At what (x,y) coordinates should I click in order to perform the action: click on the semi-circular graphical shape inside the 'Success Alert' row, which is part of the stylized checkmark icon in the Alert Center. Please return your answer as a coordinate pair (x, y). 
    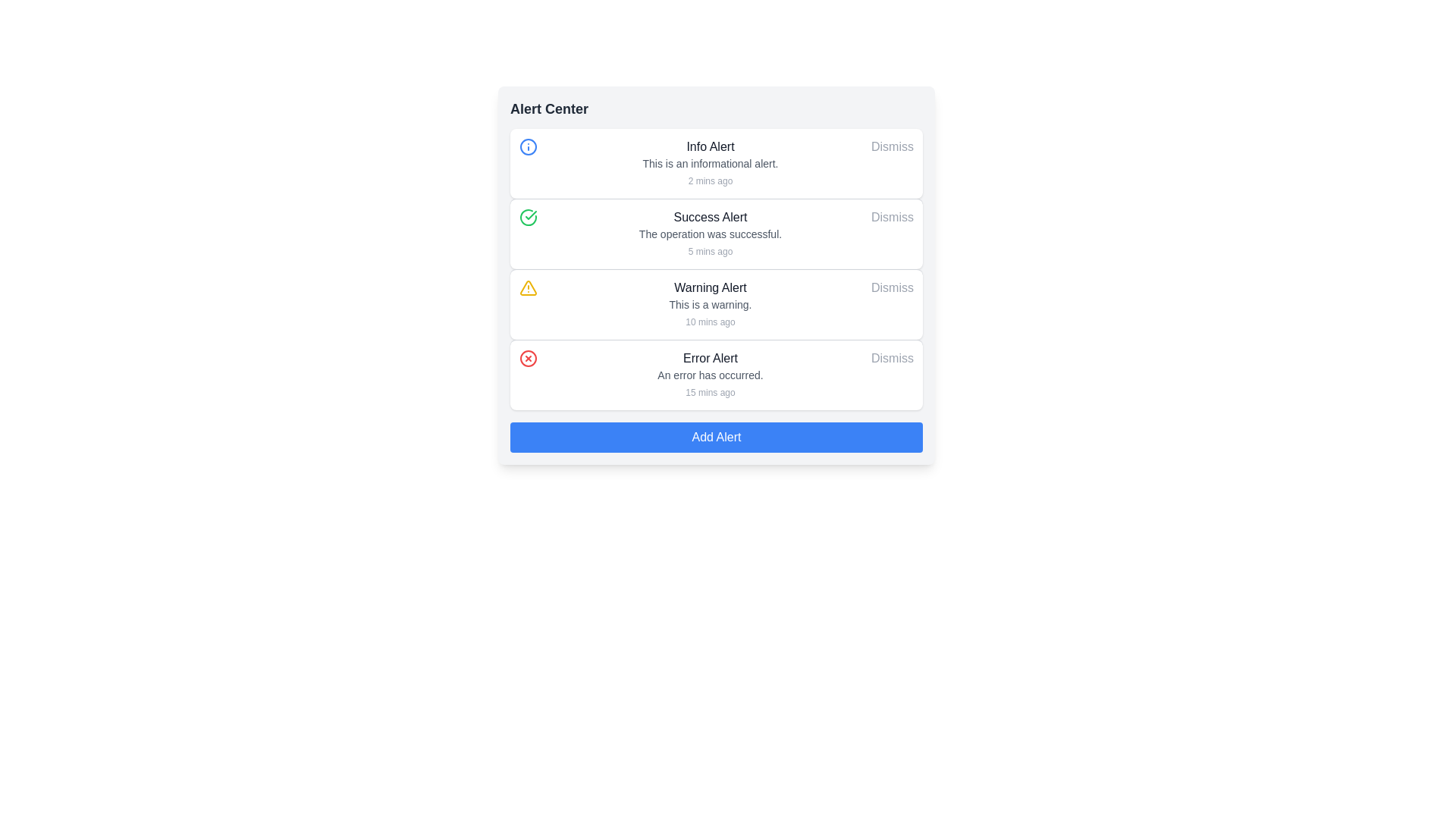
    Looking at the image, I should click on (528, 217).